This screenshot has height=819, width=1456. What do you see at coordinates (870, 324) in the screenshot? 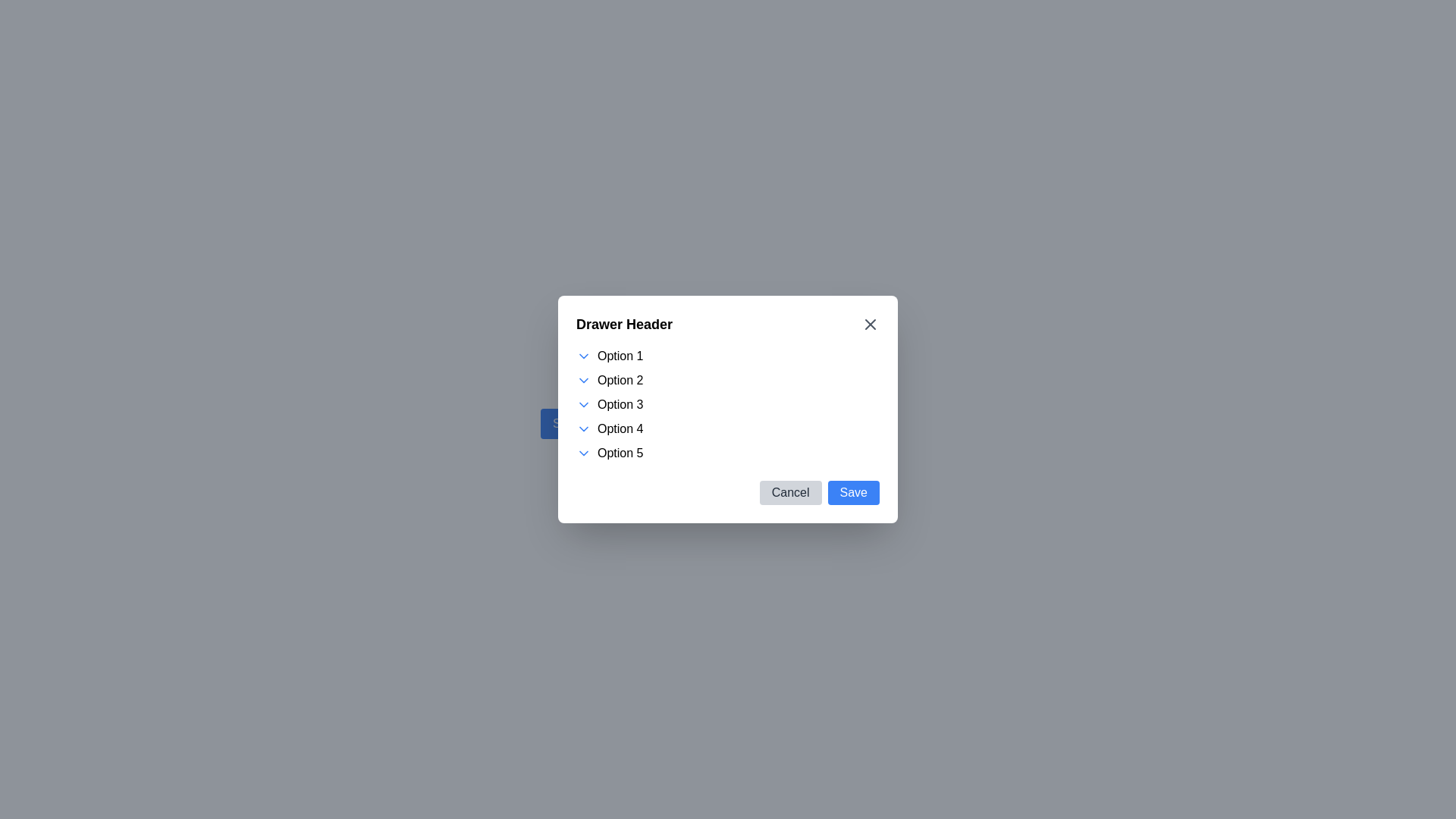
I see `the Close Button Icon located in the top-right corner of the dialog interface` at bounding box center [870, 324].